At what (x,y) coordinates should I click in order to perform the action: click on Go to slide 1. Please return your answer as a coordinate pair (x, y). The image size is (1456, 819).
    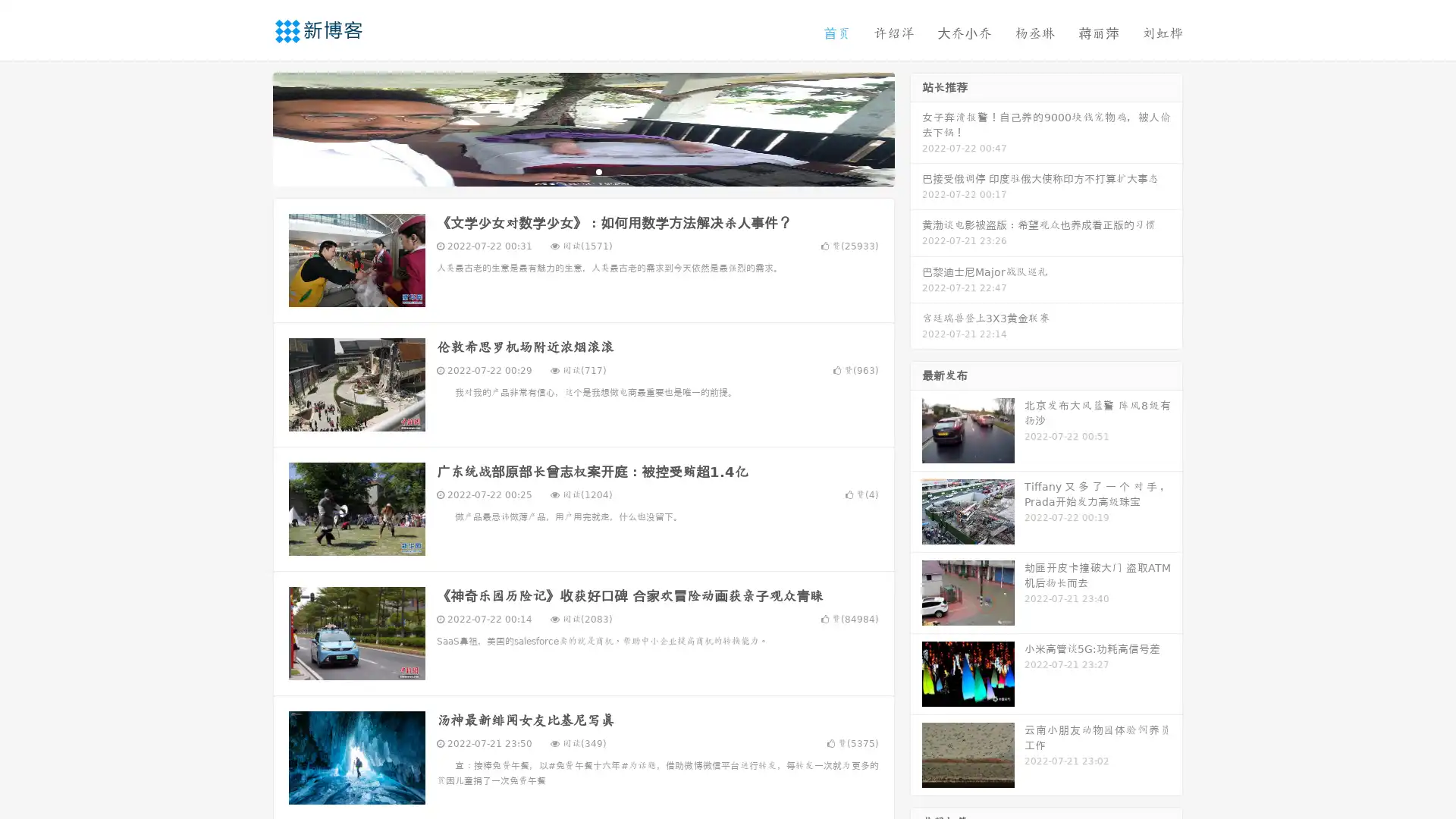
    Looking at the image, I should click on (567, 171).